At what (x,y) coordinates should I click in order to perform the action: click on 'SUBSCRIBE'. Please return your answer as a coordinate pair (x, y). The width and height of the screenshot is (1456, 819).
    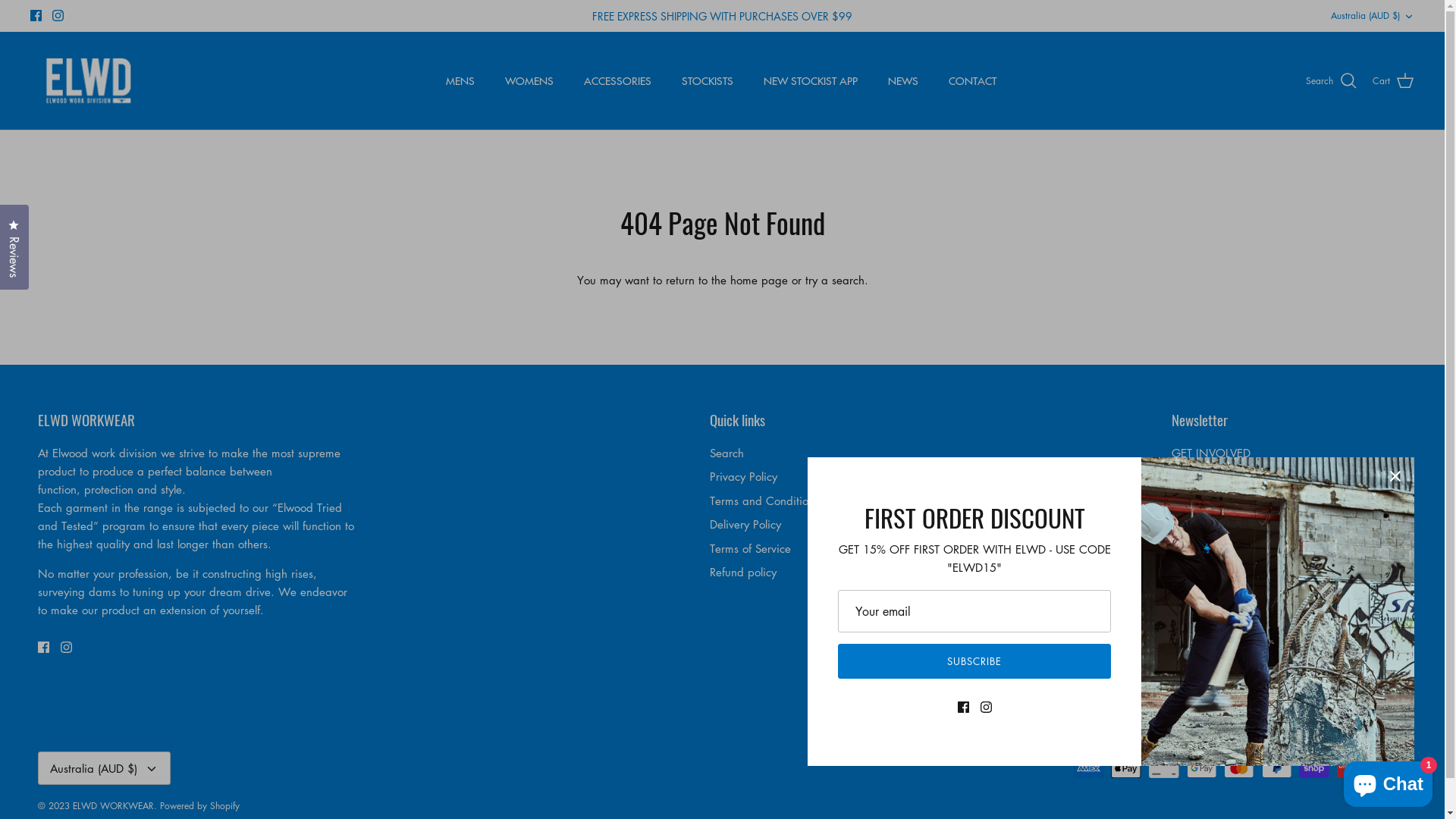
    Looking at the image, I should click on (974, 660).